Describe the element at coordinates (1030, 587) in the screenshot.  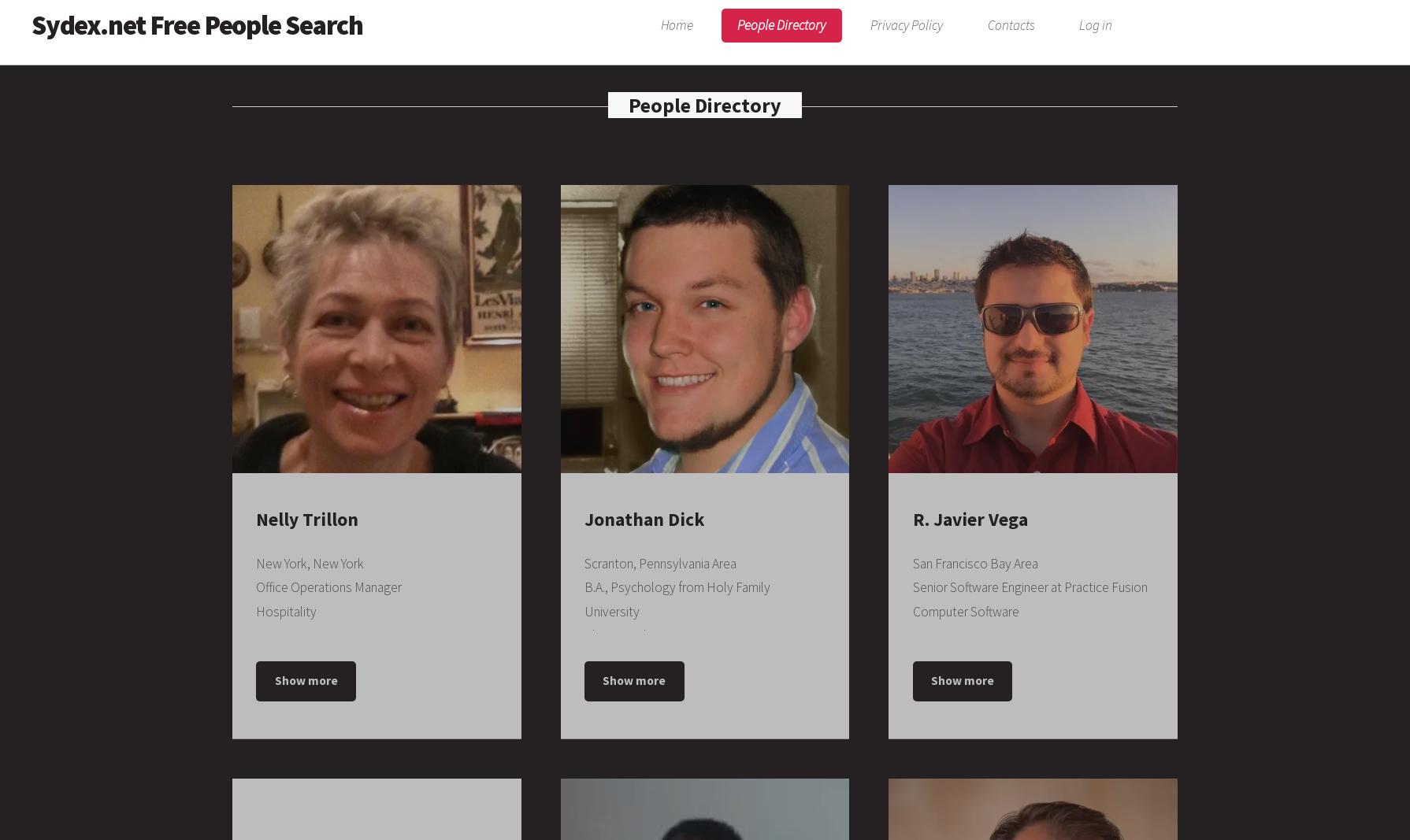
I see `'Senior Software Engineer at Practice Fusion'` at that location.